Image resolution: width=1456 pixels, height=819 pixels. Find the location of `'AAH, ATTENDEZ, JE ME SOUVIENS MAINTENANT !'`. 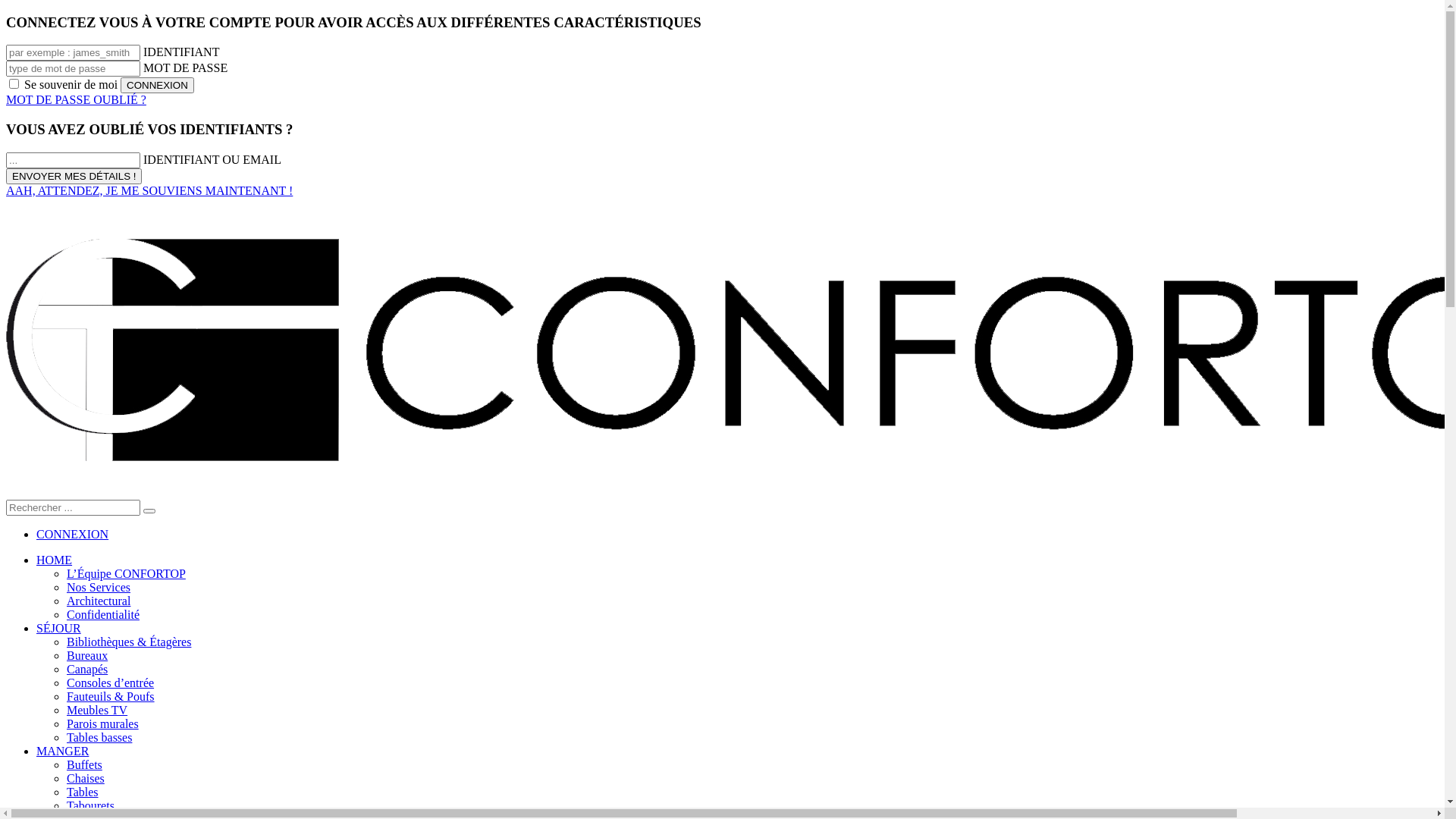

'AAH, ATTENDEZ, JE ME SOUVIENS MAINTENANT !' is located at coordinates (149, 190).